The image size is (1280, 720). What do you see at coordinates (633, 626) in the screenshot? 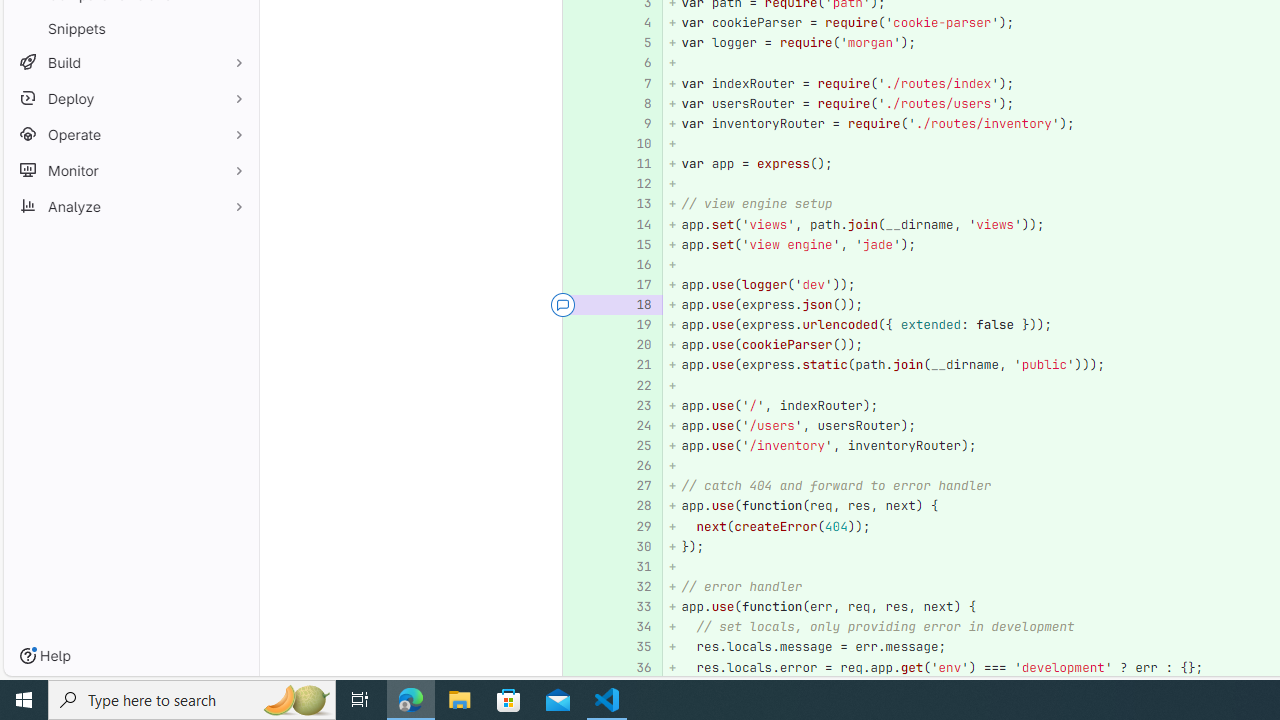
I see `'34'` at bounding box center [633, 626].